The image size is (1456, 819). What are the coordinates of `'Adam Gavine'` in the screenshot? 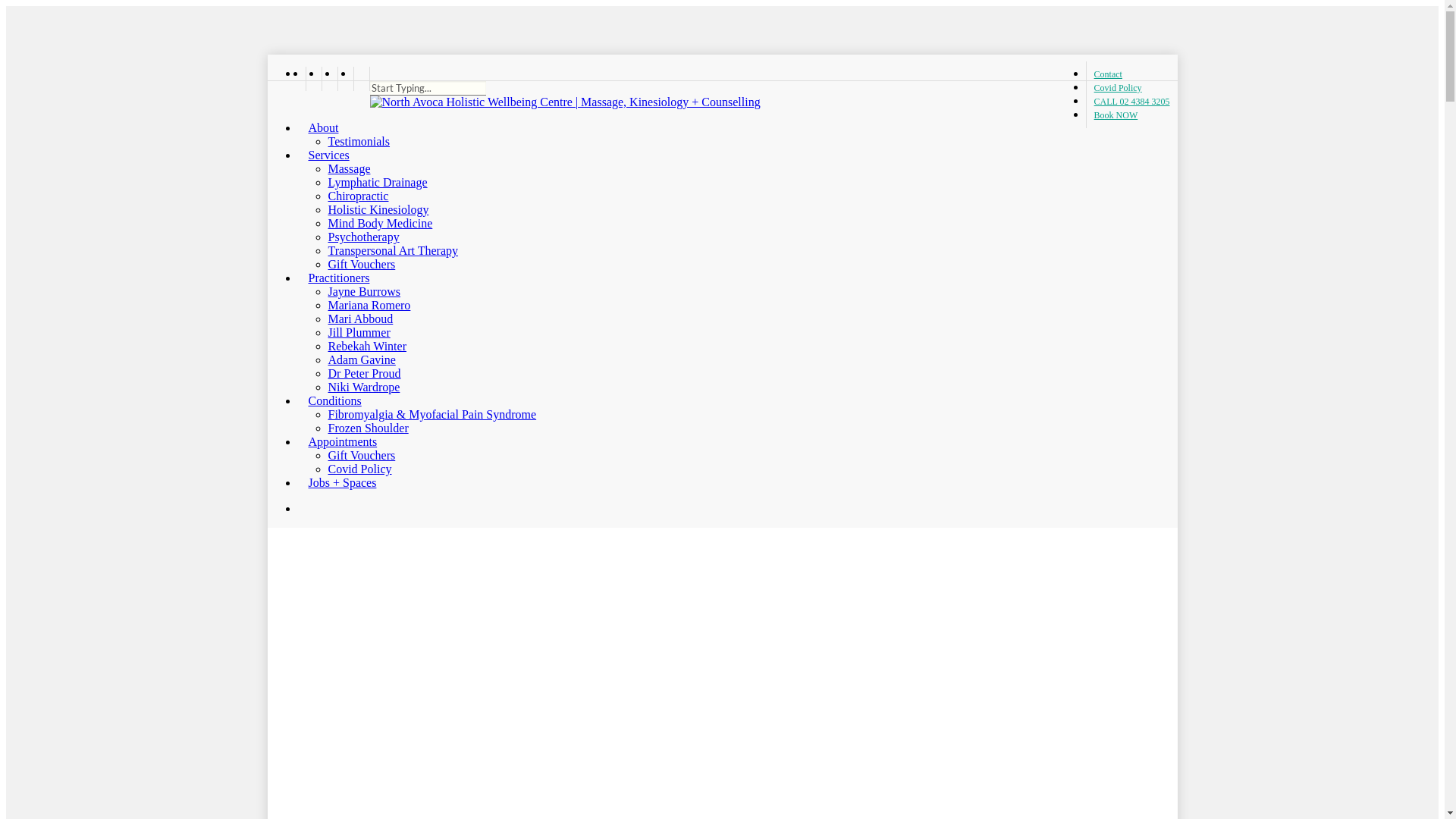 It's located at (360, 359).